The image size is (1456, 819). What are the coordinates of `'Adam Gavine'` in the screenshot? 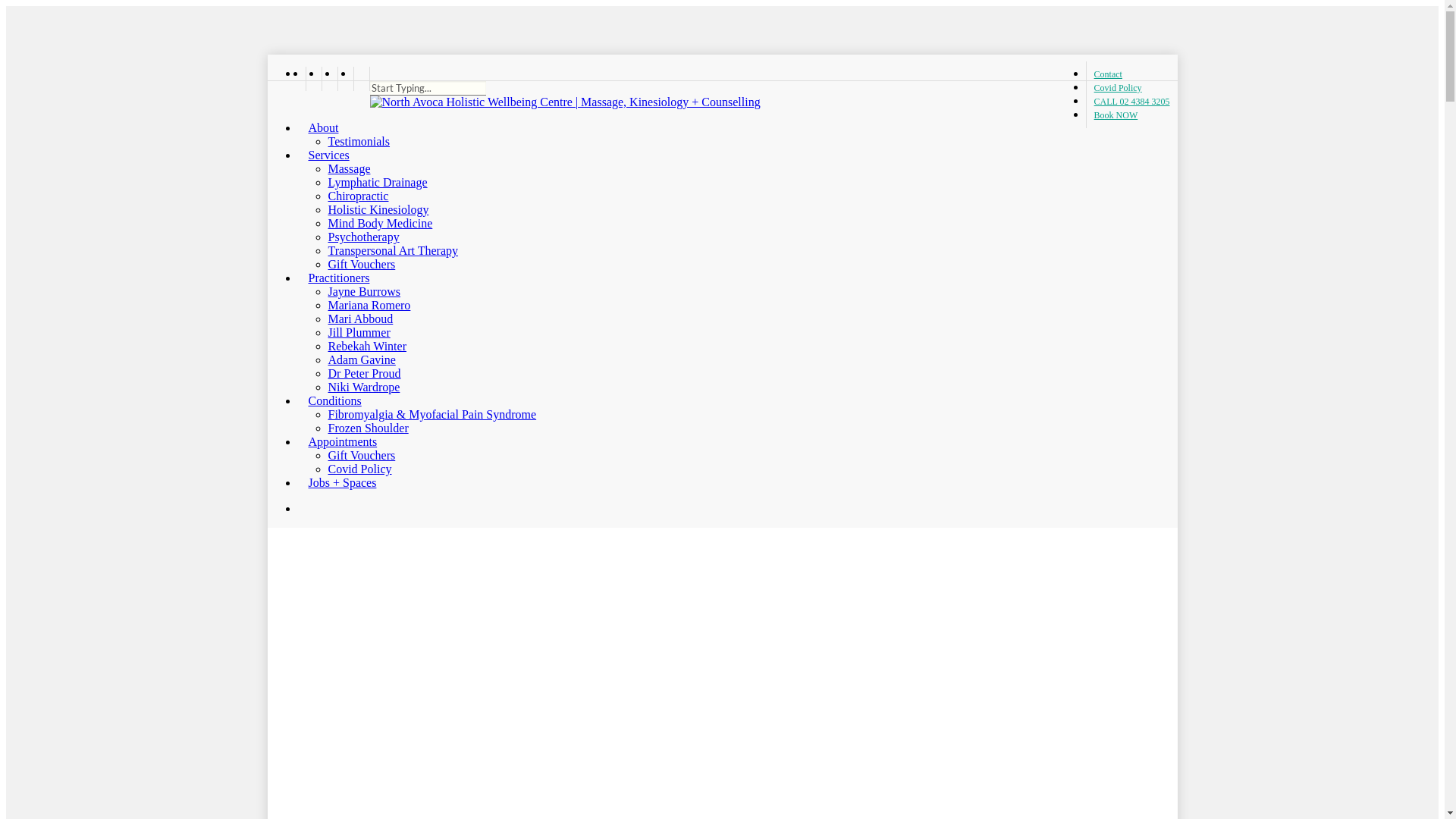 It's located at (360, 359).